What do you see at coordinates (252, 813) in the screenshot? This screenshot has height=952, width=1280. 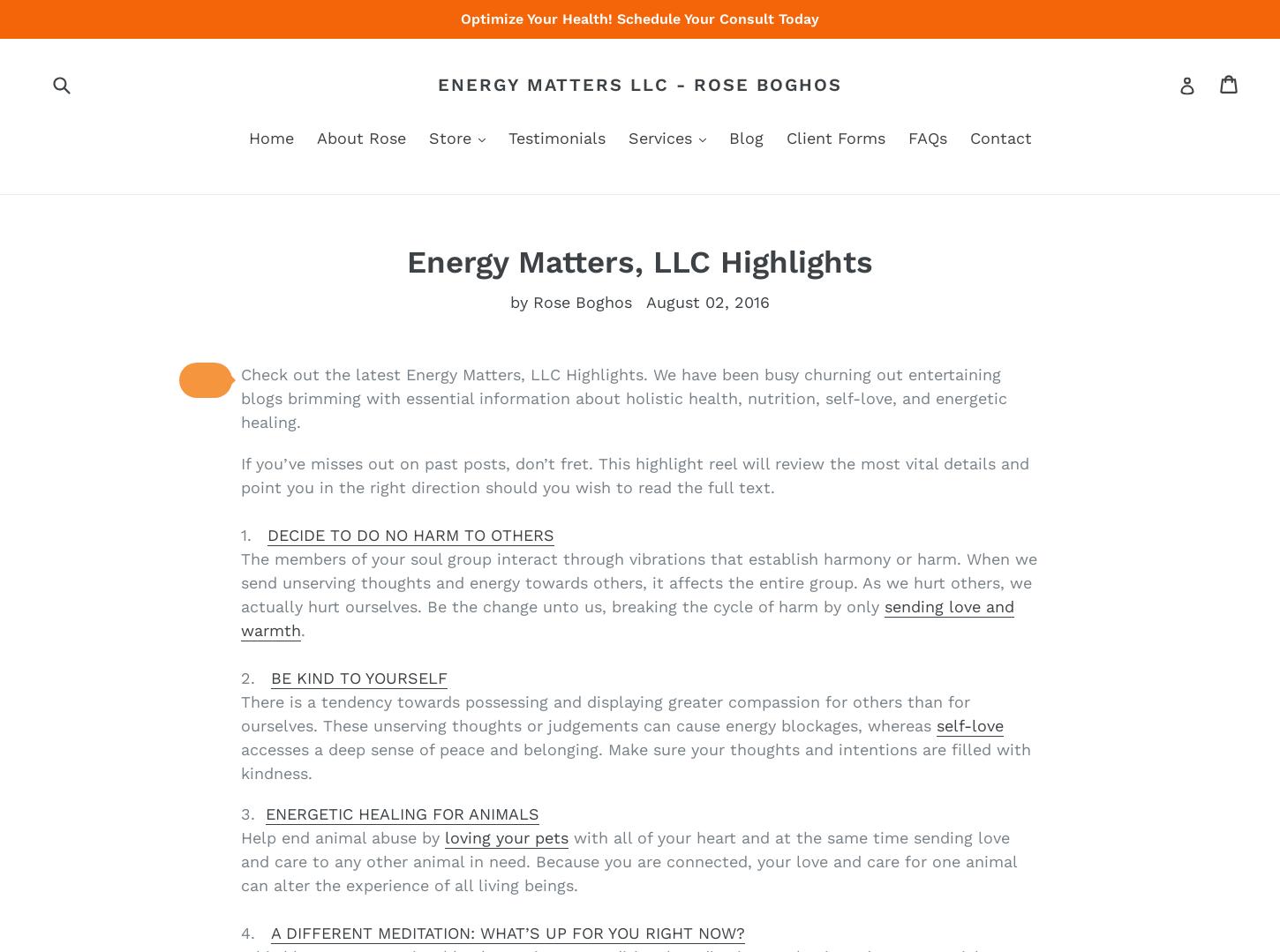 I see `'3.'` at bounding box center [252, 813].